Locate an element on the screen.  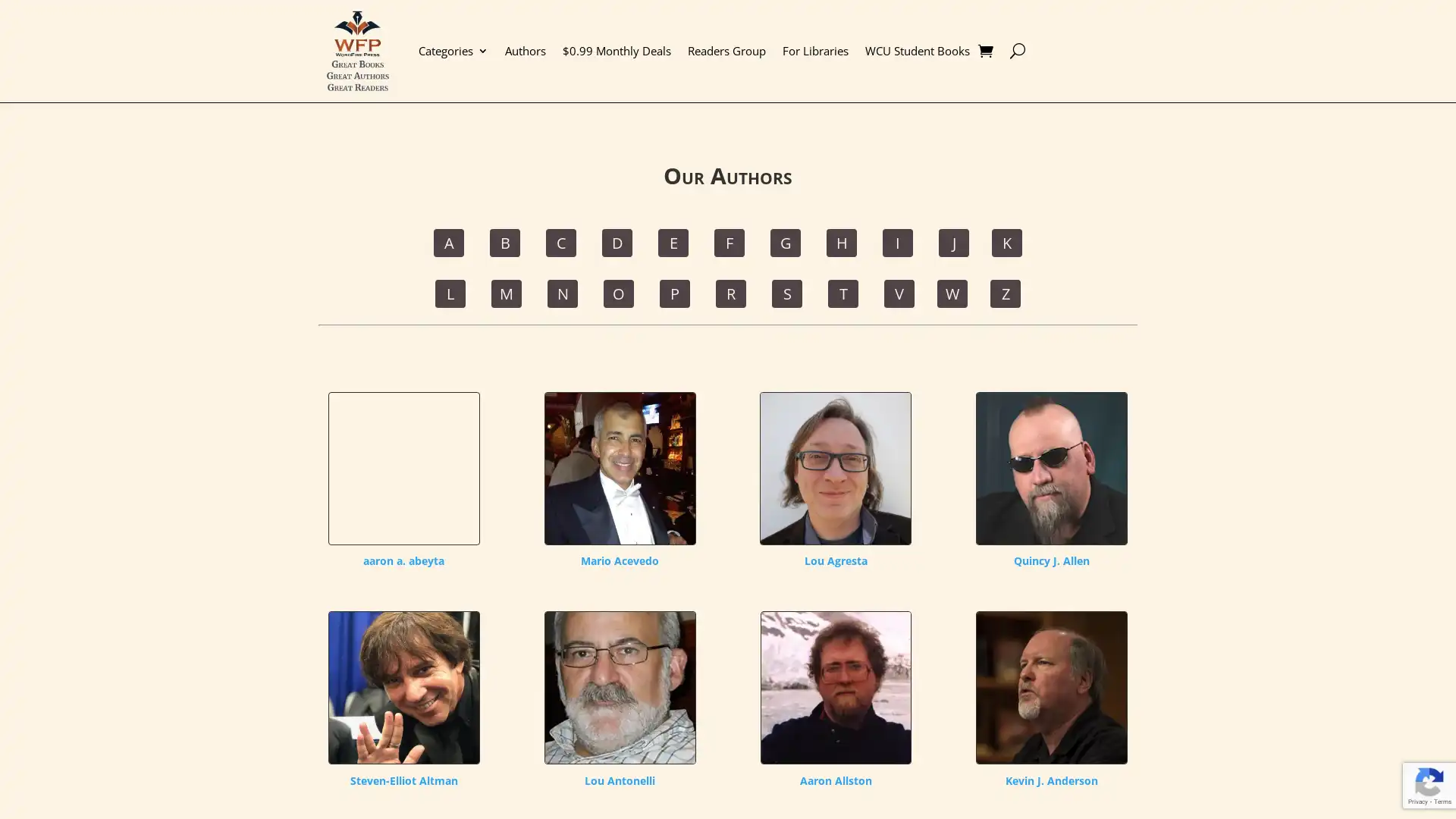
G is located at coordinates (786, 241).